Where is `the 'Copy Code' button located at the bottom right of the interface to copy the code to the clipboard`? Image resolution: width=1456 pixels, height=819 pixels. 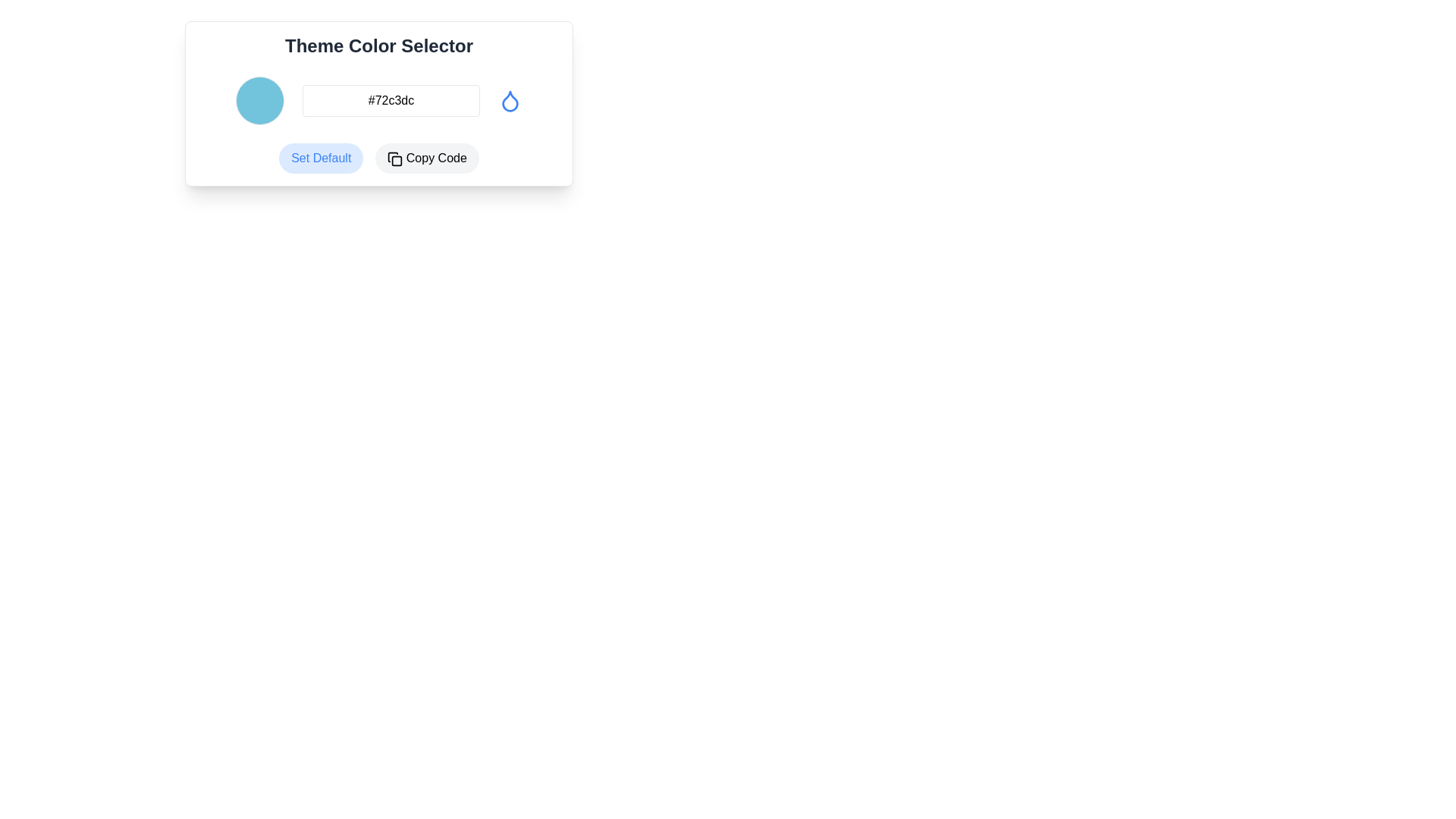
the 'Copy Code' button located at the bottom right of the interface to copy the code to the clipboard is located at coordinates (395, 158).